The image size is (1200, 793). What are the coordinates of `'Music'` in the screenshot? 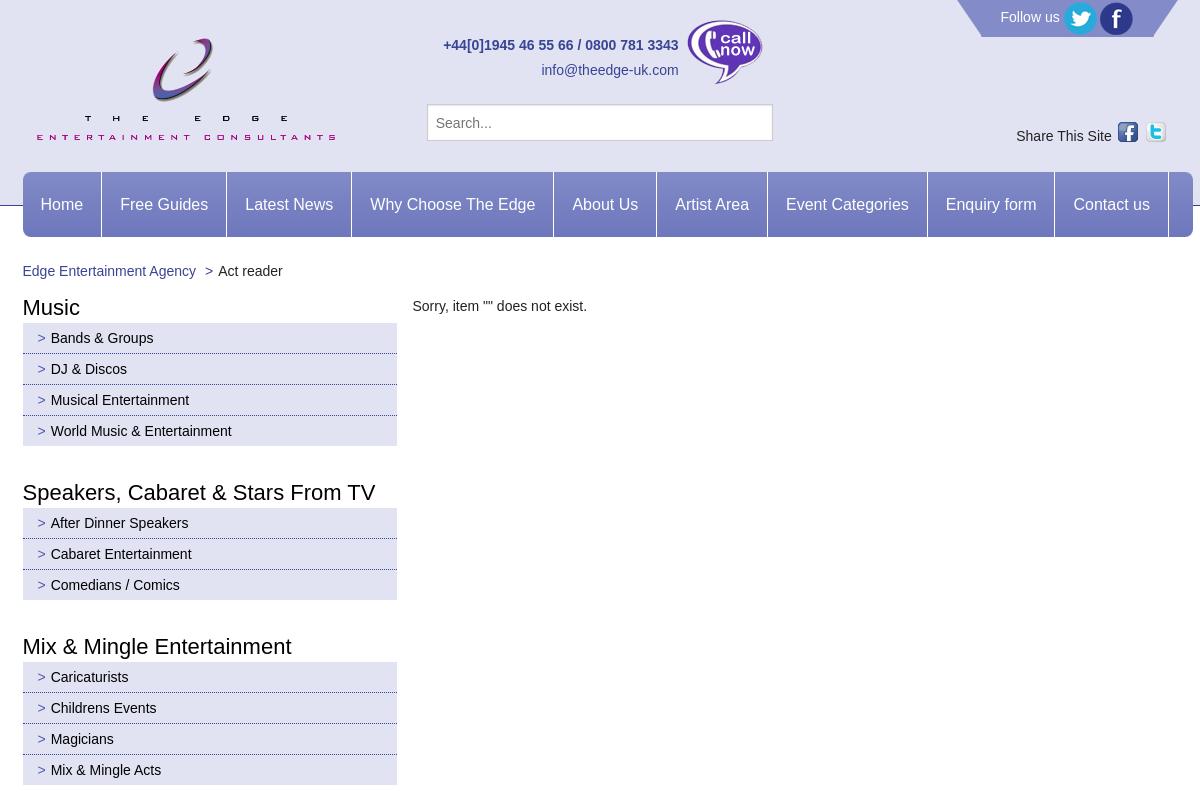 It's located at (50, 305).